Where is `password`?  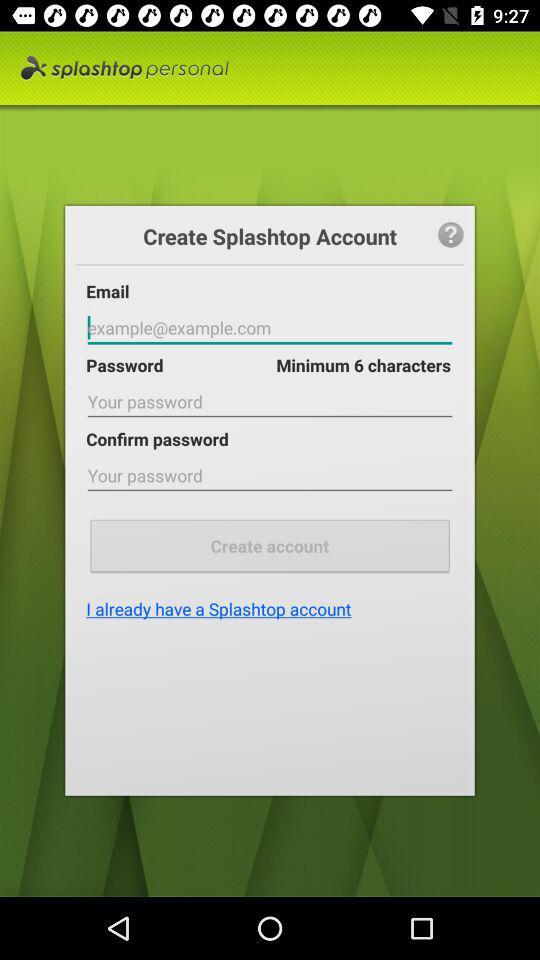 password is located at coordinates (270, 401).